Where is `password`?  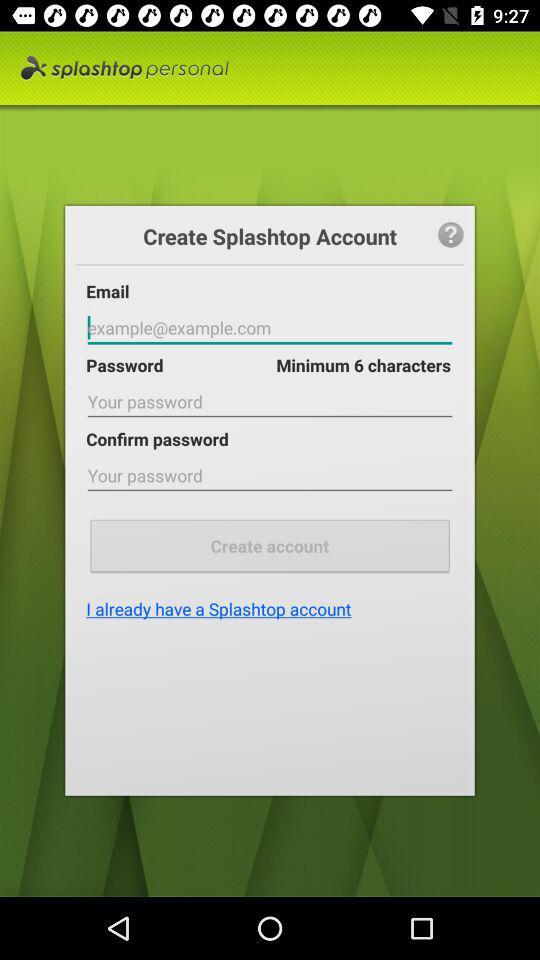 password is located at coordinates (270, 401).